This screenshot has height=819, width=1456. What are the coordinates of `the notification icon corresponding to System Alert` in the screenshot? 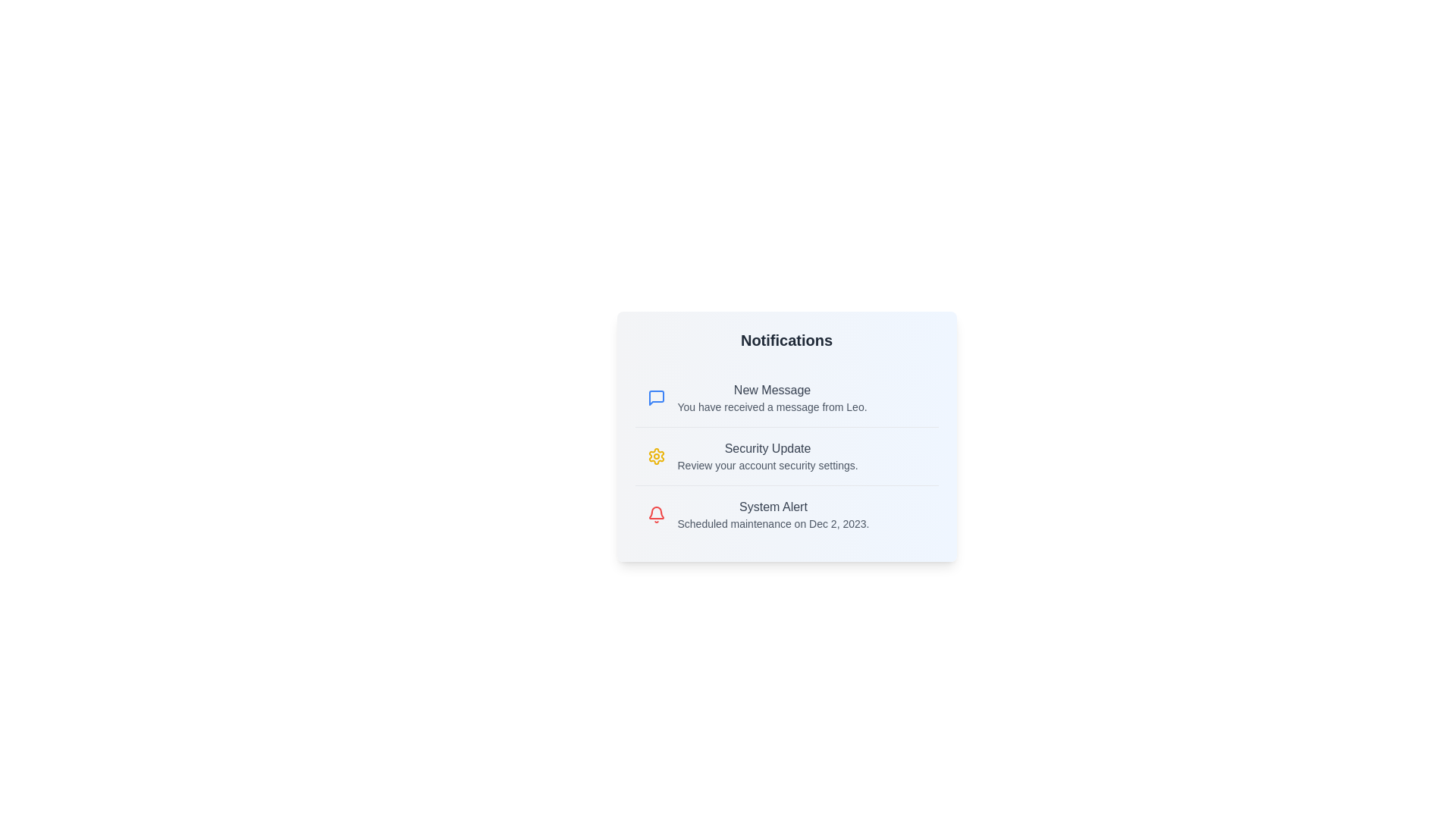 It's located at (656, 513).